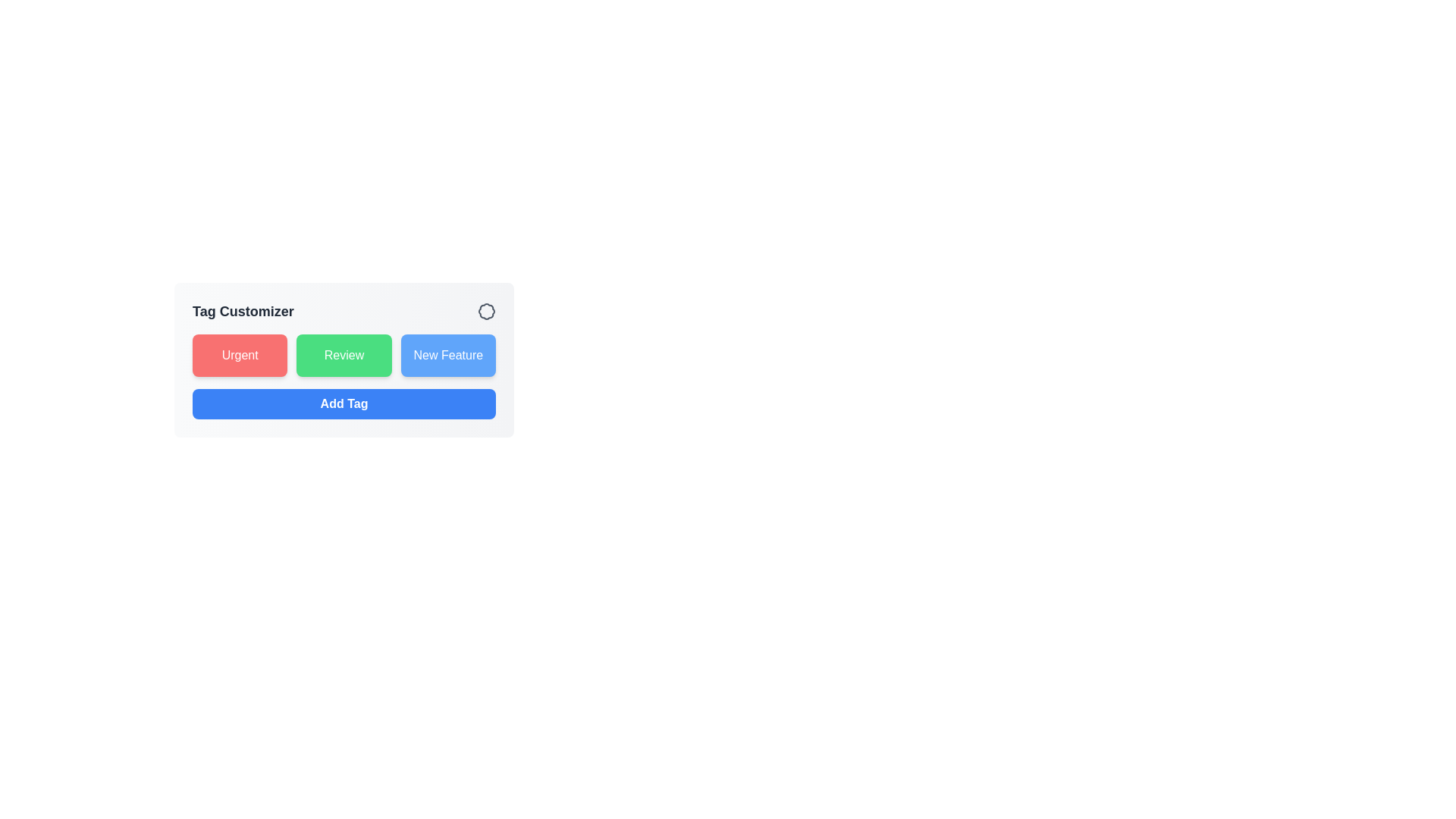 The image size is (1456, 819). Describe the element at coordinates (344, 403) in the screenshot. I see `the 'Add Tag' button to add a new tag` at that location.